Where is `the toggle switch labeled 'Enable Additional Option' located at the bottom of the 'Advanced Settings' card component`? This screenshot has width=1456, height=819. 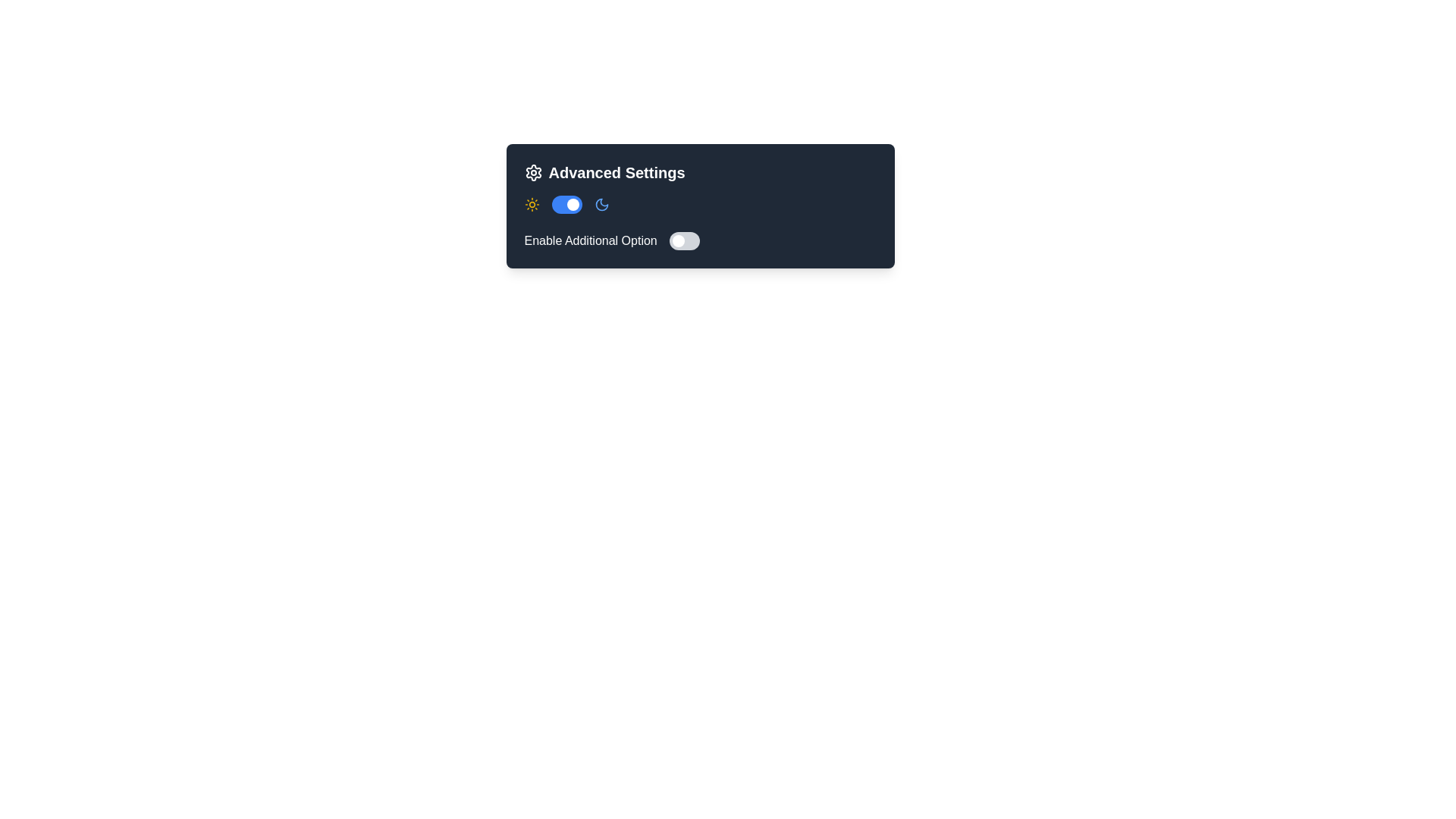 the toggle switch labeled 'Enable Additional Option' located at the bottom of the 'Advanced Settings' card component is located at coordinates (699, 240).